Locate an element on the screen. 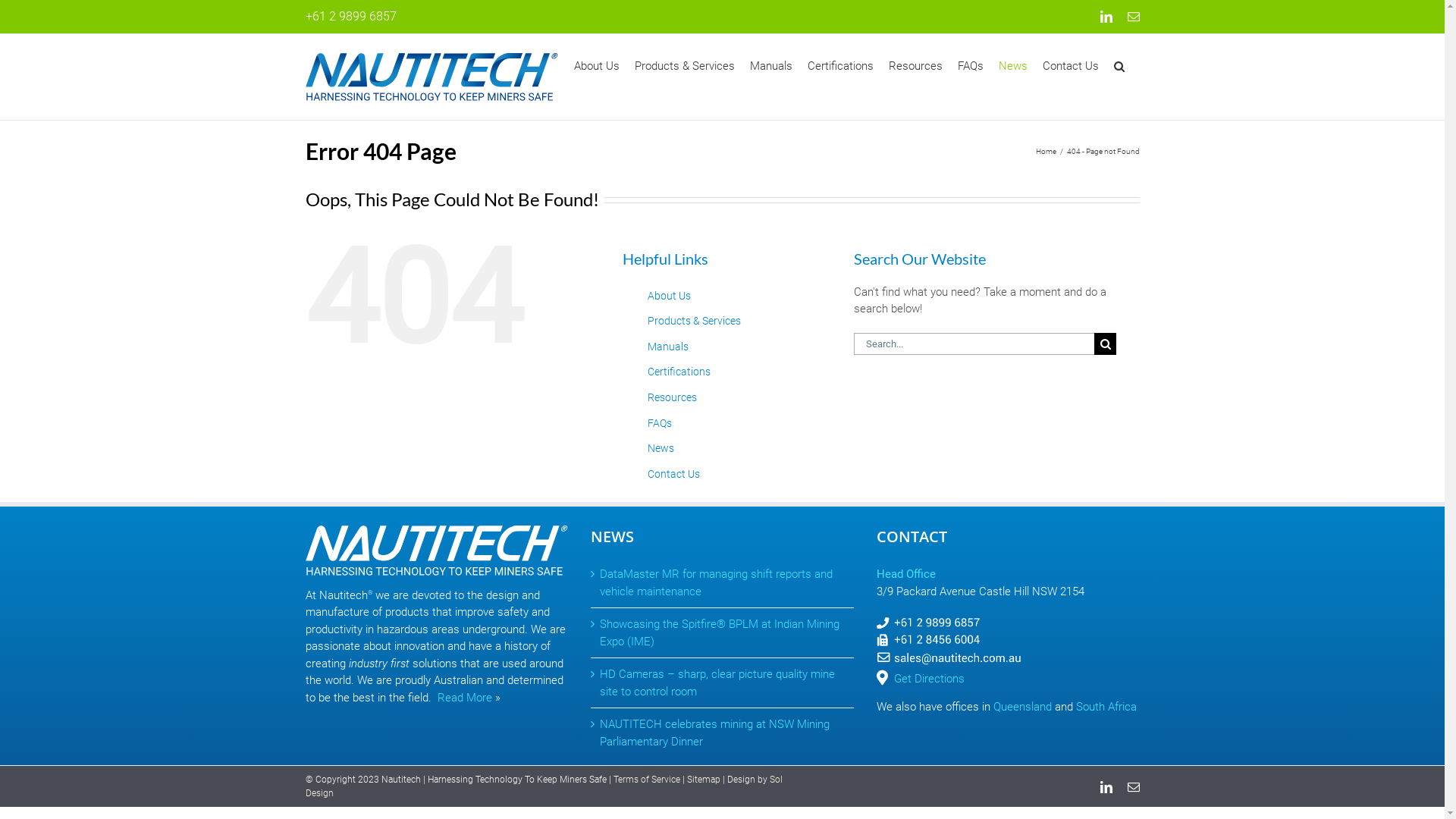 This screenshot has width=1456, height=819. 'South Africa' is located at coordinates (1106, 707).